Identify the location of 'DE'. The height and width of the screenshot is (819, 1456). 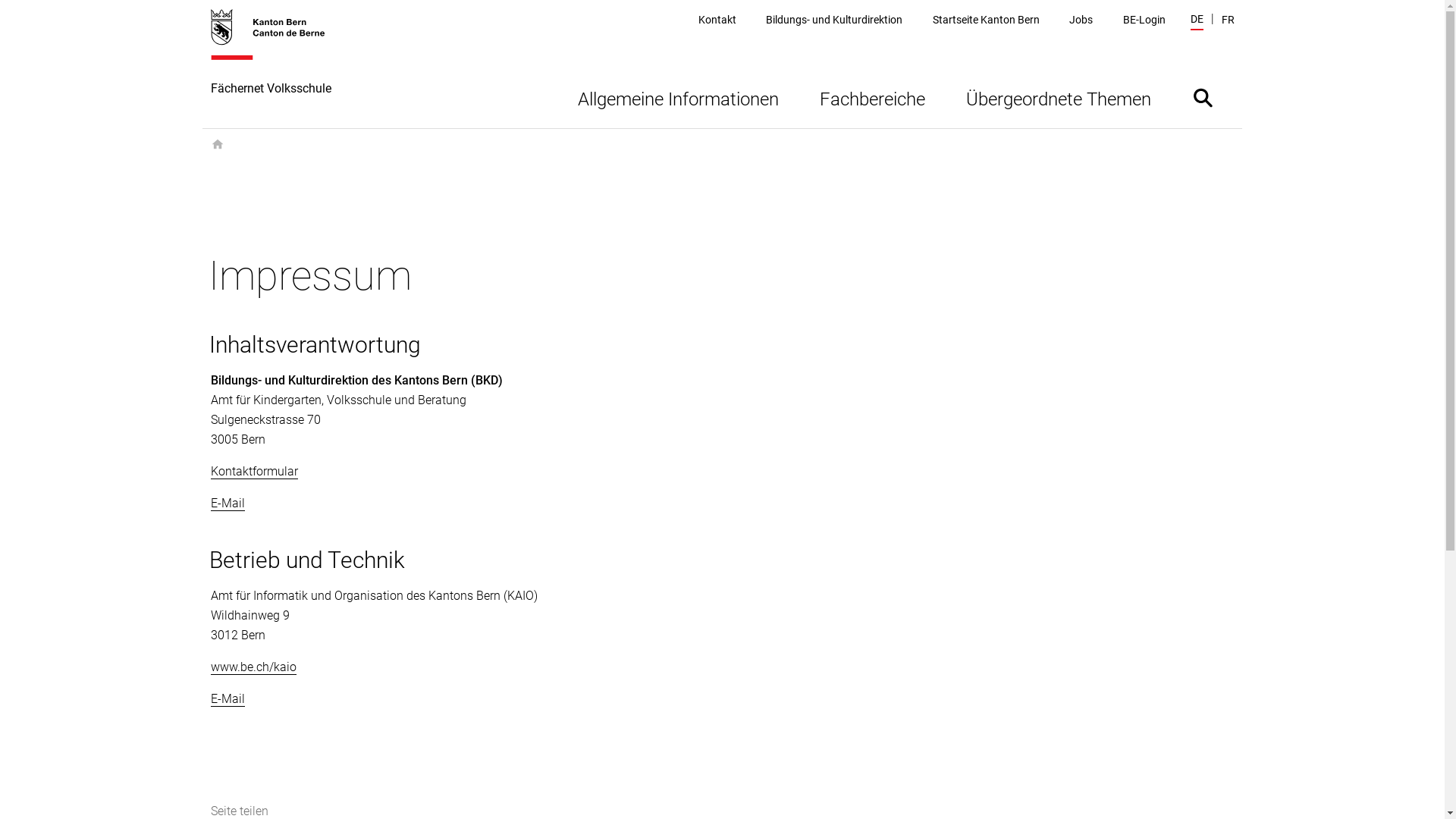
(1196, 20).